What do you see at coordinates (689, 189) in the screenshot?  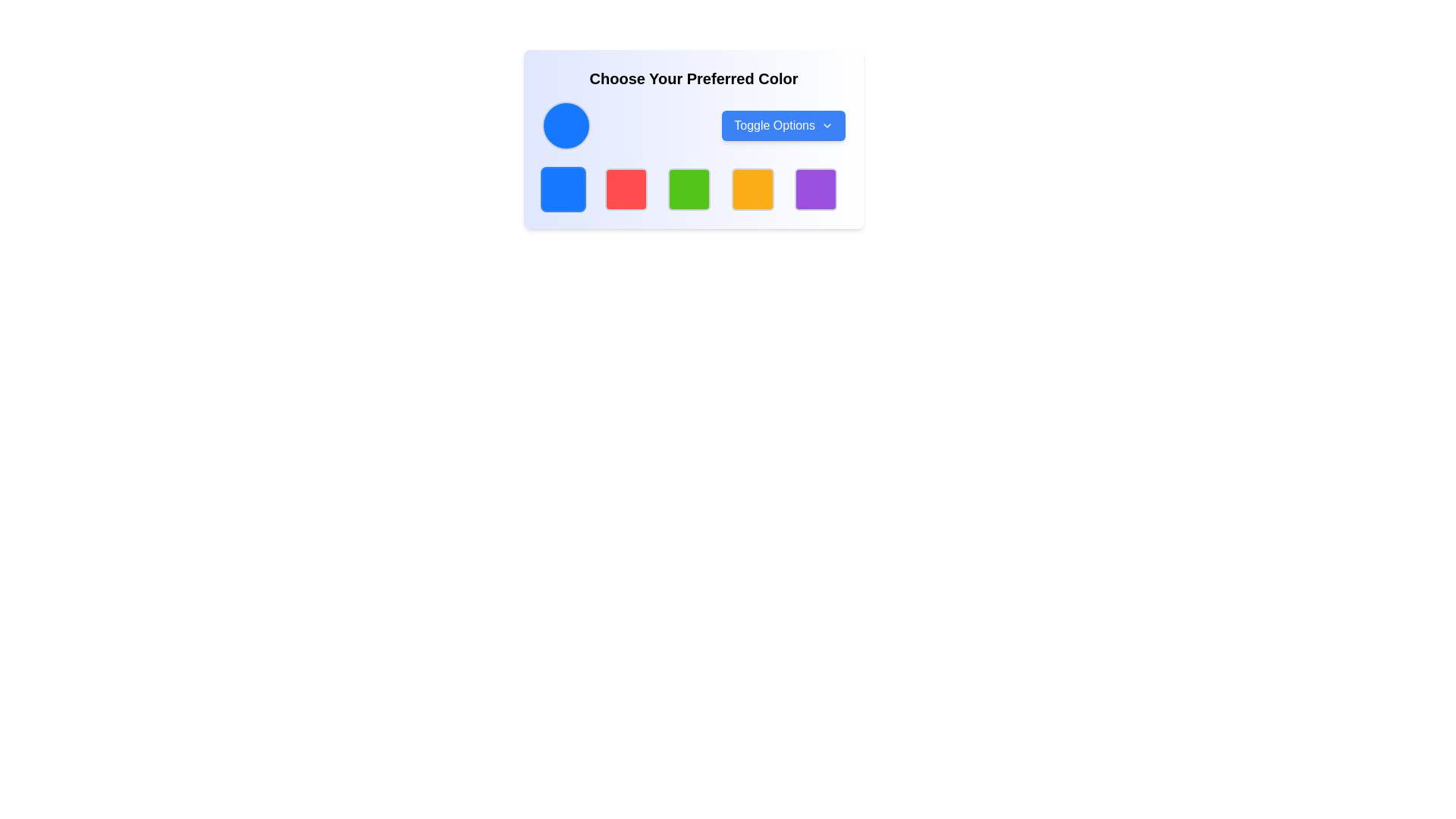 I see `the selectable color option with a green background color, which is the third square in a row of five under the title 'Choose Your Preferred Color'` at bounding box center [689, 189].